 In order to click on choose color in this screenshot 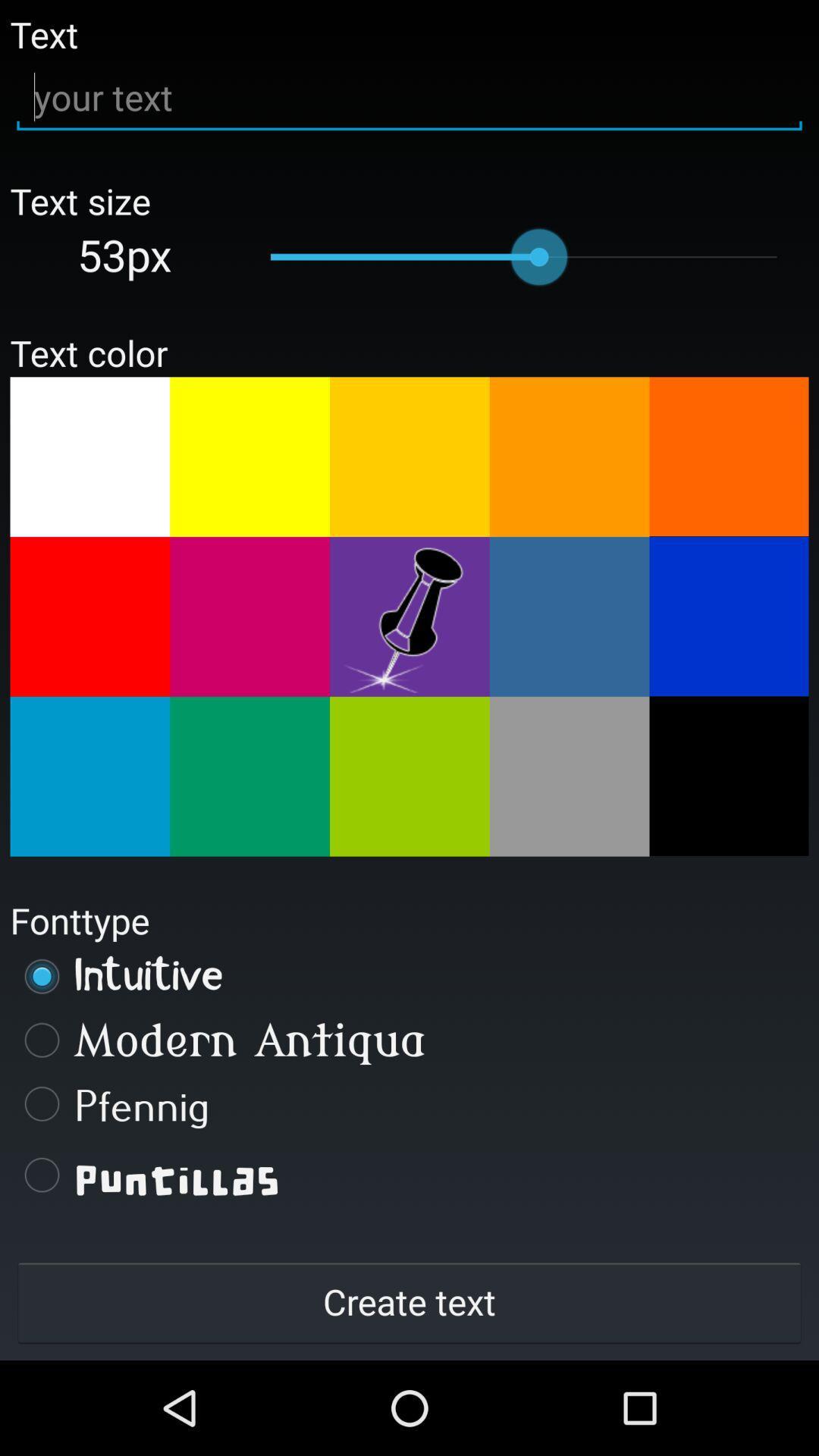, I will do `click(249, 456)`.